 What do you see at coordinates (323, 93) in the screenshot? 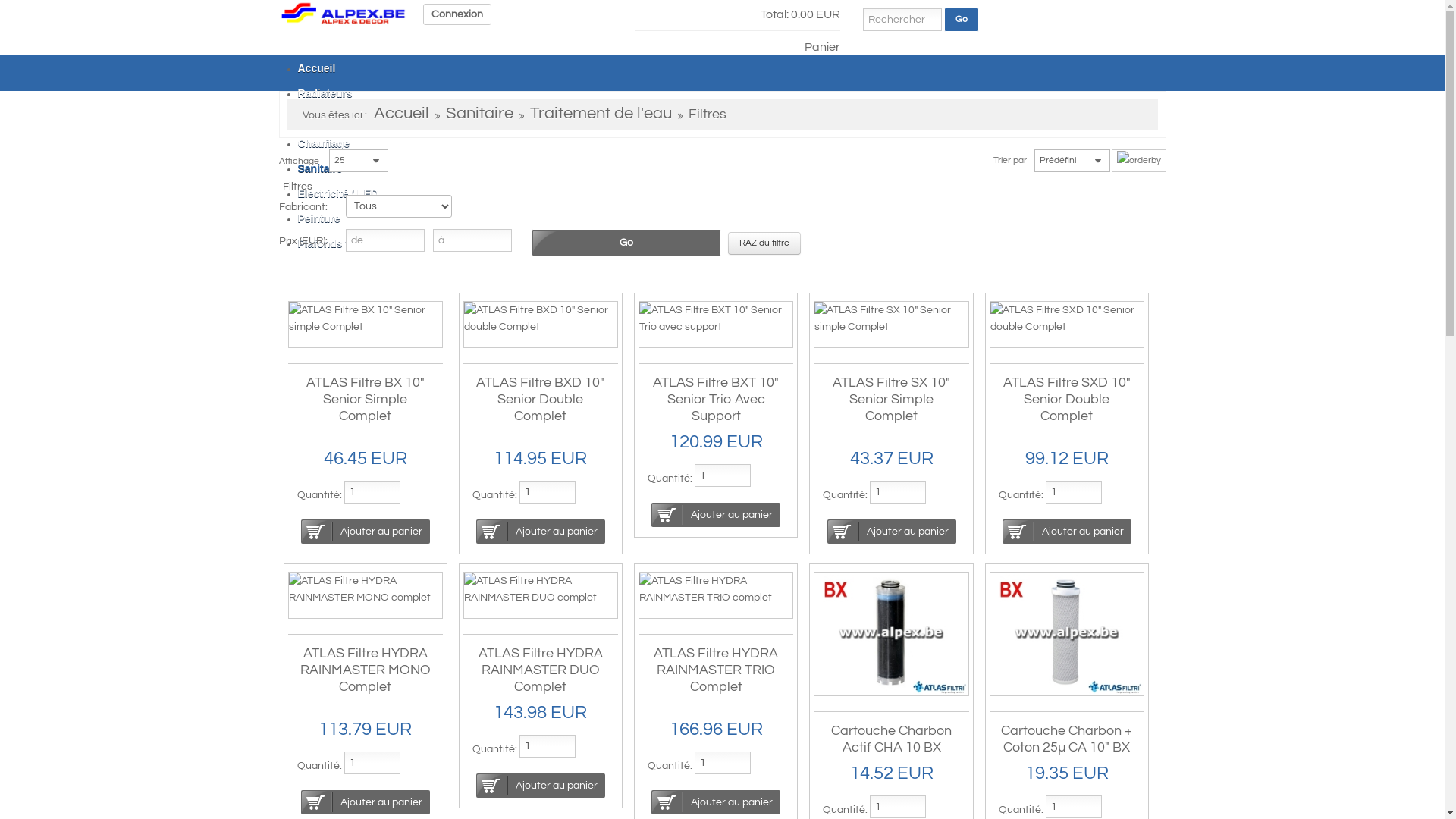
I see `'Radiateurs'` at bounding box center [323, 93].